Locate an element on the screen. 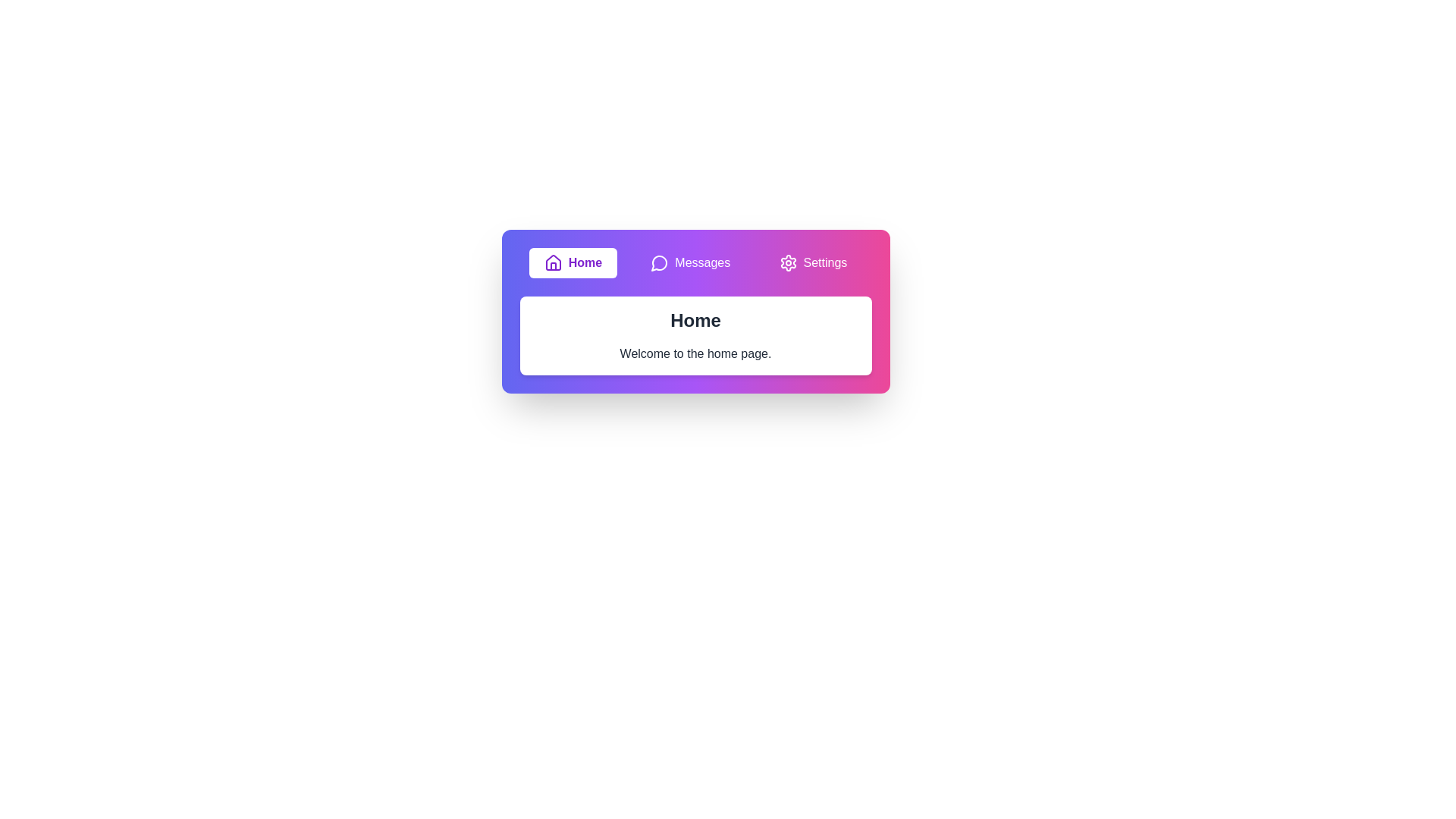 Image resolution: width=1456 pixels, height=819 pixels. the Text label that indicates the navigation button for the home page, located to the right of the house icon is located at coordinates (572, 262).